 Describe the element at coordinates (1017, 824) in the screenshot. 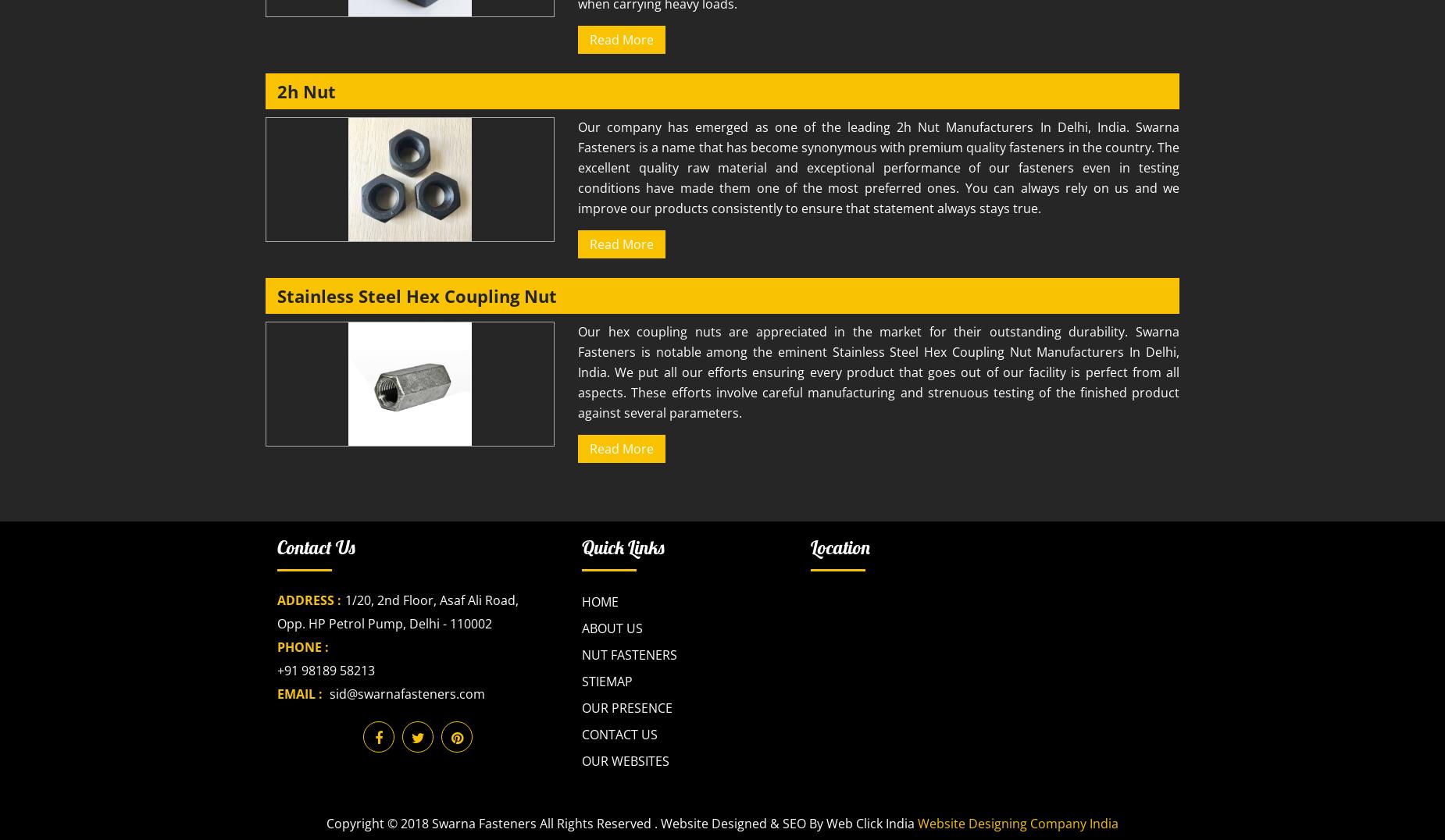

I see `'Website Designing Company India'` at that location.